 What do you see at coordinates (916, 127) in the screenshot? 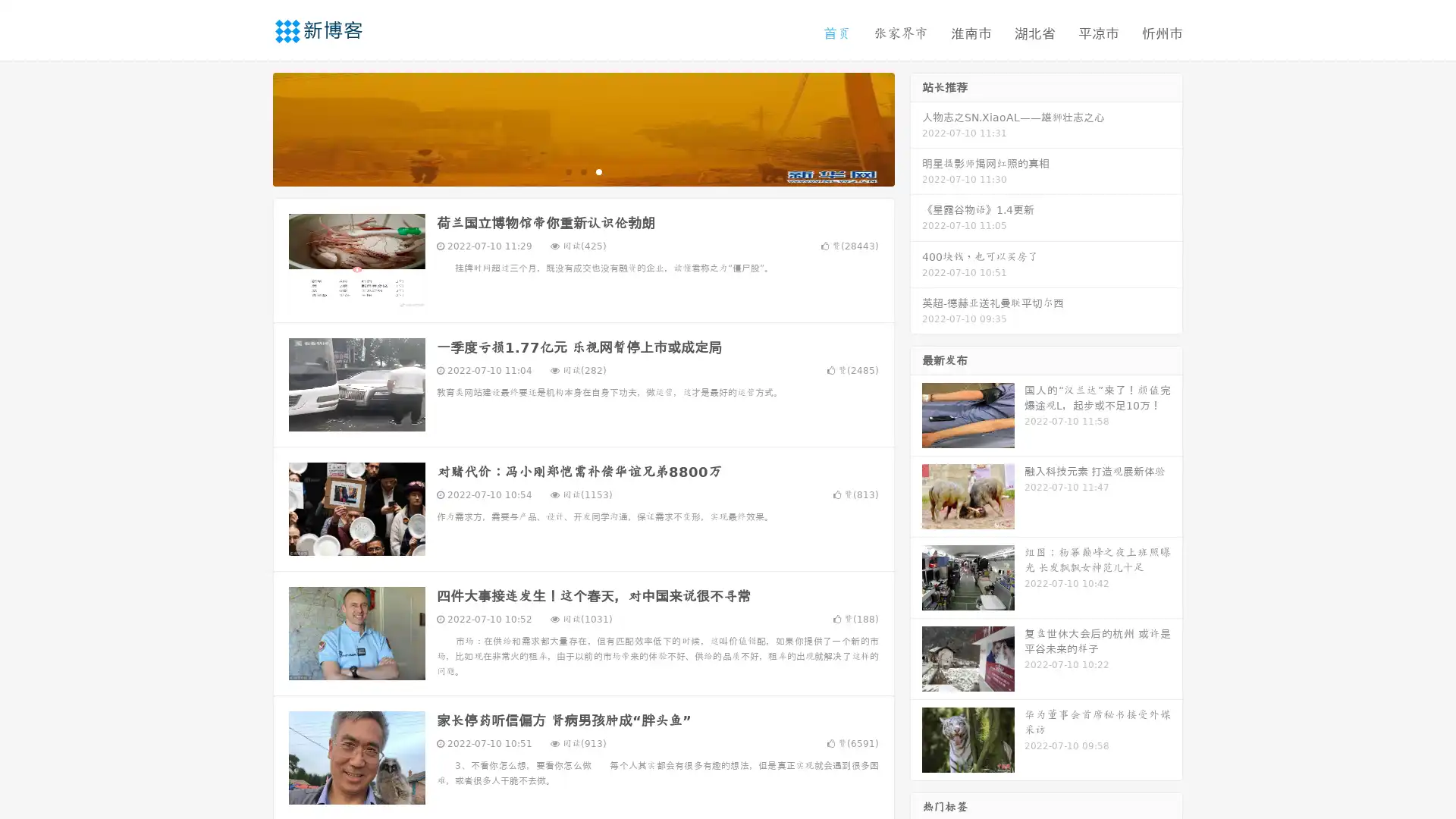
I see `Next slide` at bounding box center [916, 127].